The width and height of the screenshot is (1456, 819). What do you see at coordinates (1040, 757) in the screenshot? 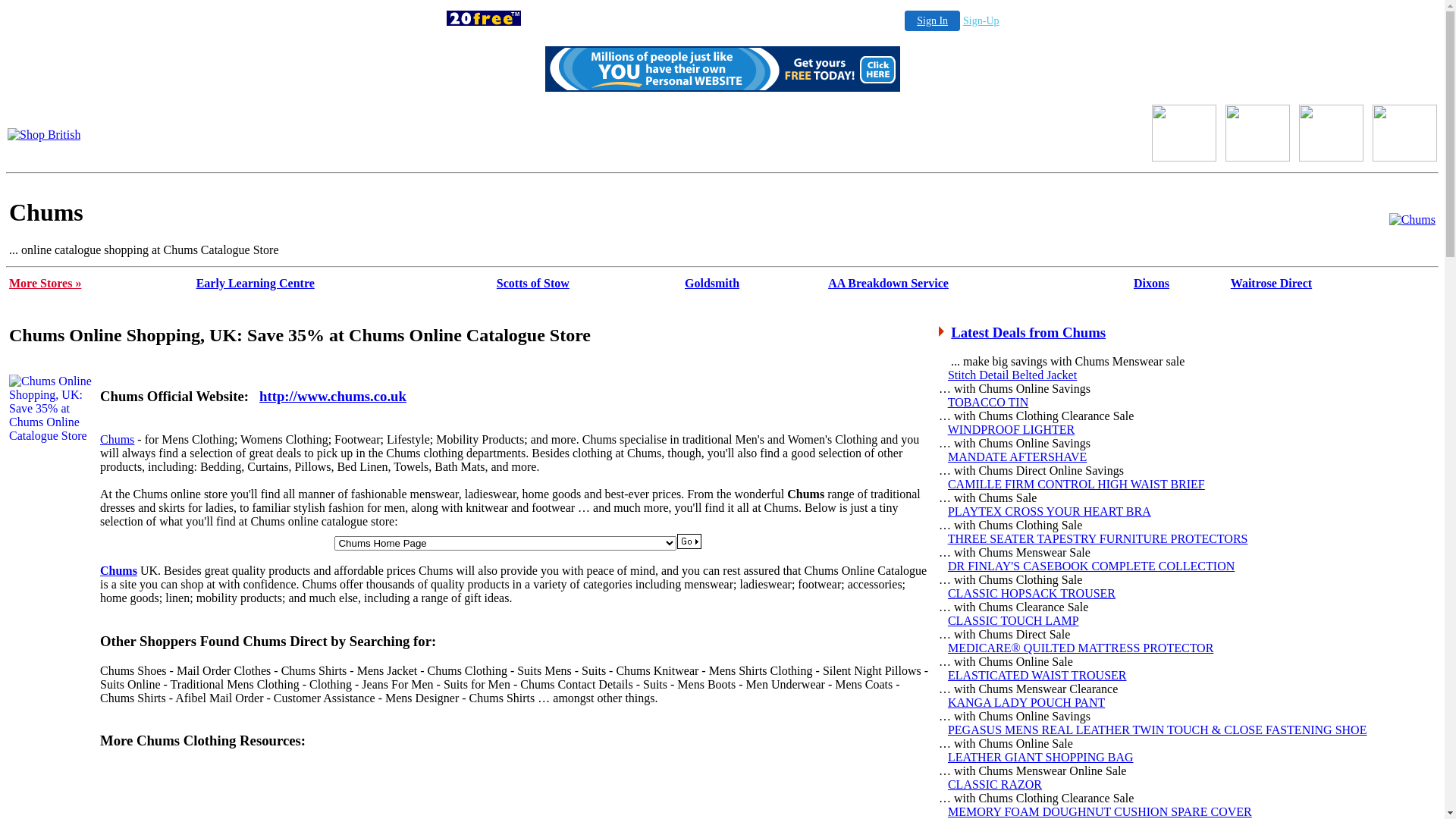
I see `'LEATHER GIANT SHOPPING BAG'` at bounding box center [1040, 757].